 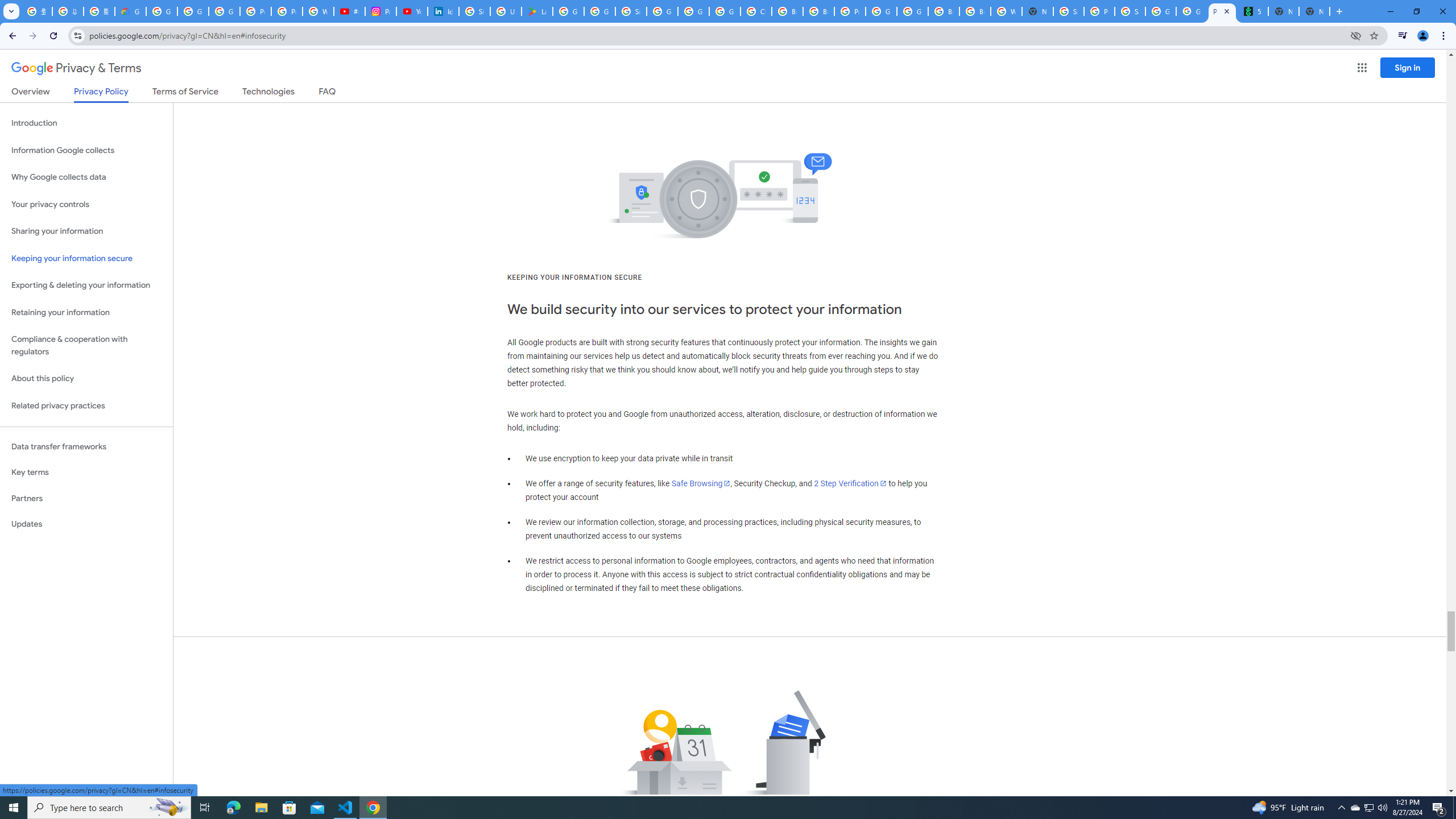 I want to click on 'Sharing your information', so click(x=86, y=230).